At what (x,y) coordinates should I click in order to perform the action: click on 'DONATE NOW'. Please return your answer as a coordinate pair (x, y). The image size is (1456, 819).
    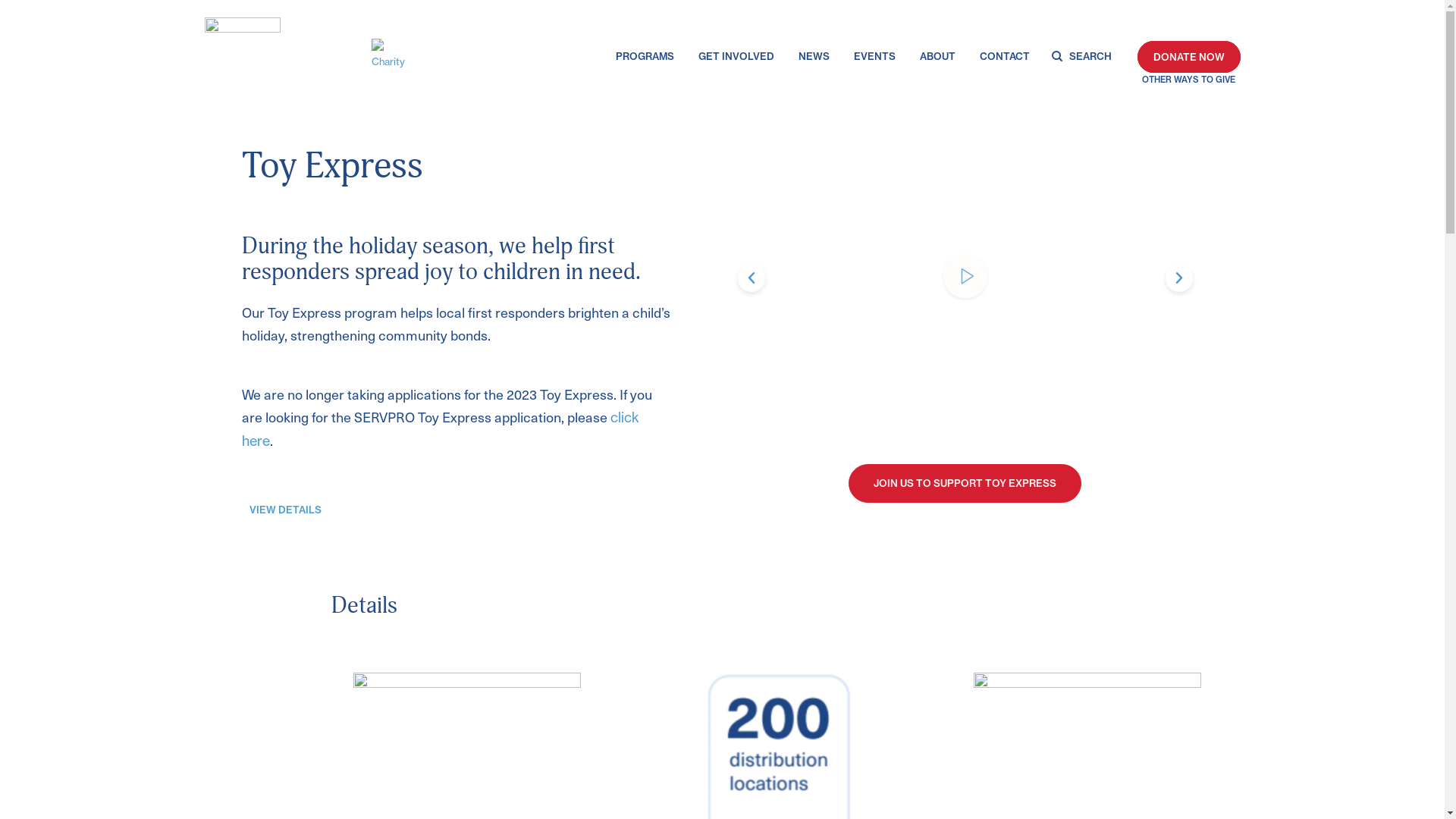
    Looking at the image, I should click on (1188, 55).